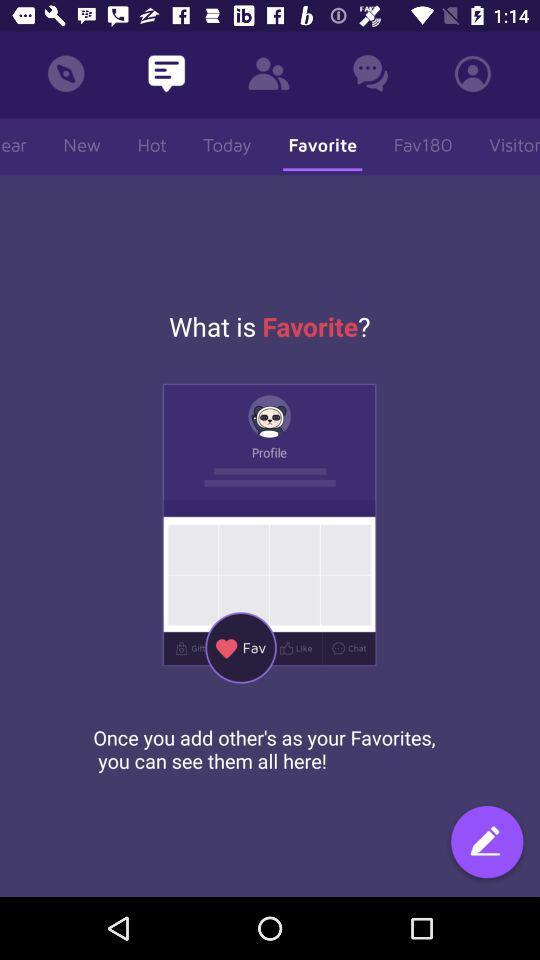  Describe the element at coordinates (486, 843) in the screenshot. I see `item below once you add item` at that location.